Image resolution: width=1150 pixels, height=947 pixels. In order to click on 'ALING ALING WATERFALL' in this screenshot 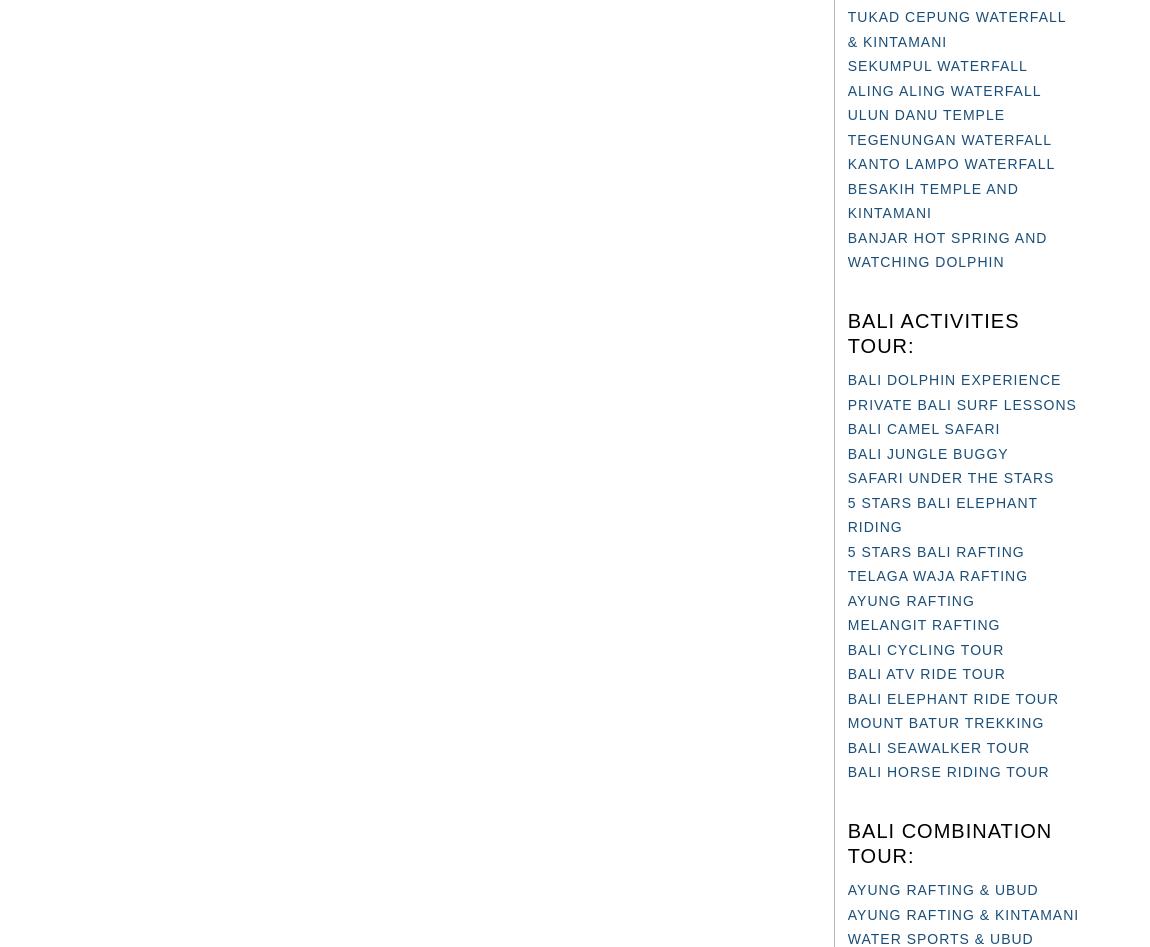, I will do `click(944, 89)`.